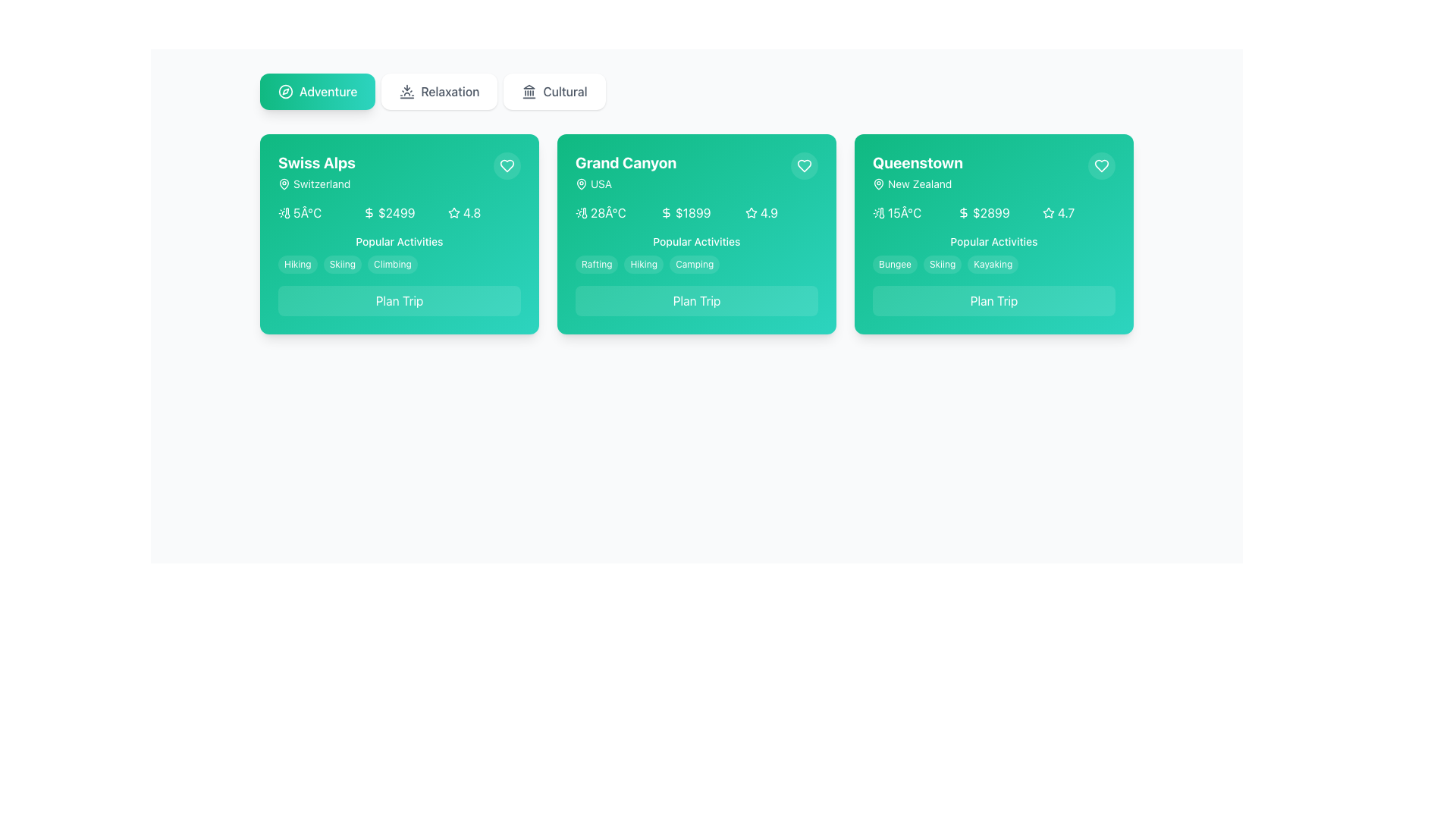 The image size is (1456, 819). What do you see at coordinates (554, 91) in the screenshot?
I see `the 'Cultural' button, which is the third button in a horizontal list, featuring gray text and an icon resembling a landmark on its left` at bounding box center [554, 91].